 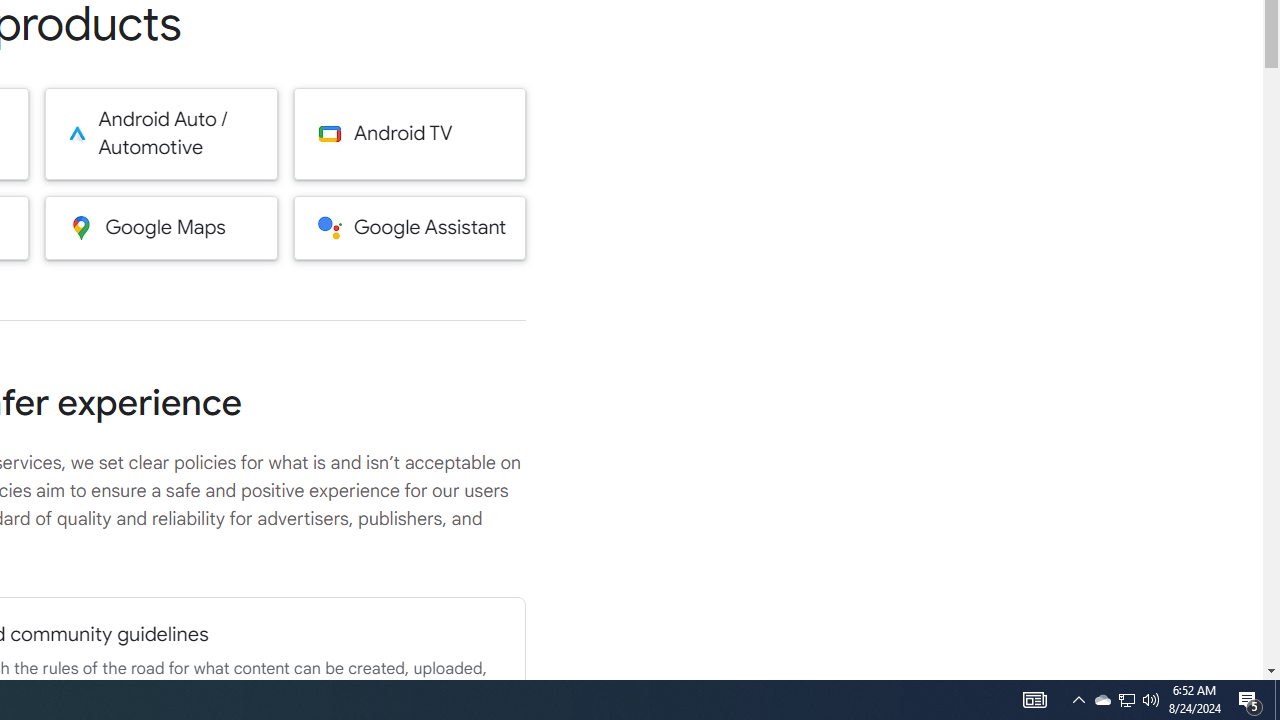 I want to click on 'Google Assistant', so click(x=409, y=226).